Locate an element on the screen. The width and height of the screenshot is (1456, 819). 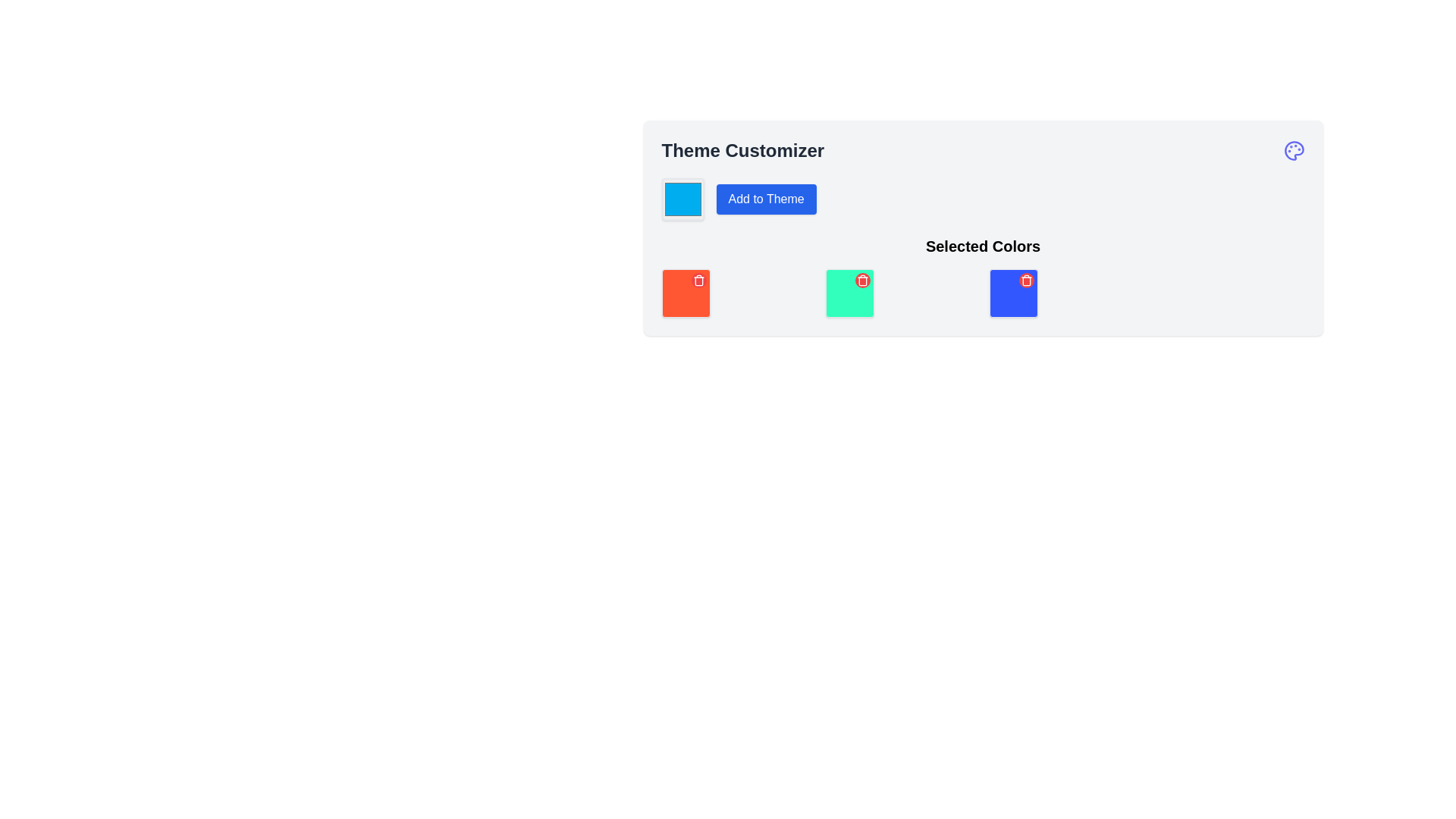
the trash icon button located in the top-right corner of the blue color block under the 'Selected Colors' section is located at coordinates (1026, 281).